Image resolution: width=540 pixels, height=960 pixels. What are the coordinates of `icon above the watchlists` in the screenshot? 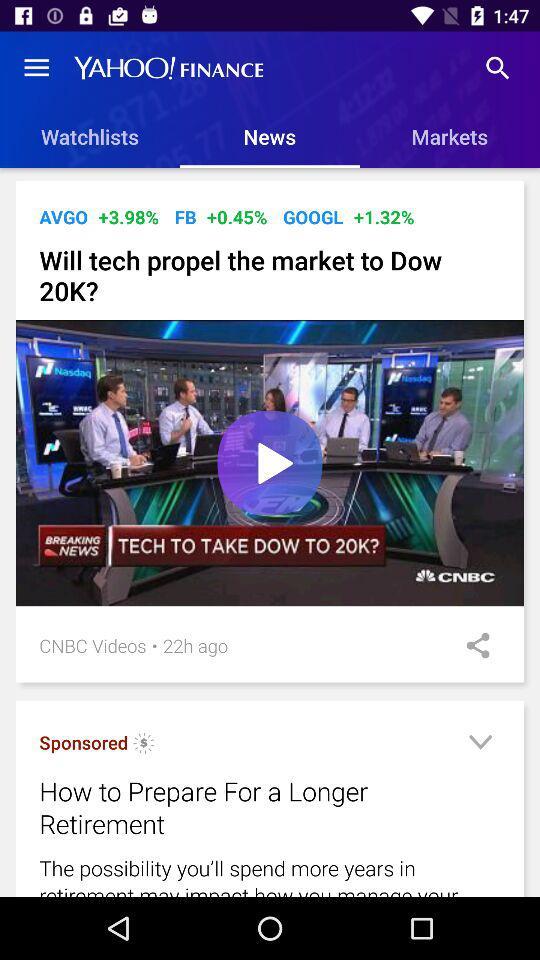 It's located at (36, 68).